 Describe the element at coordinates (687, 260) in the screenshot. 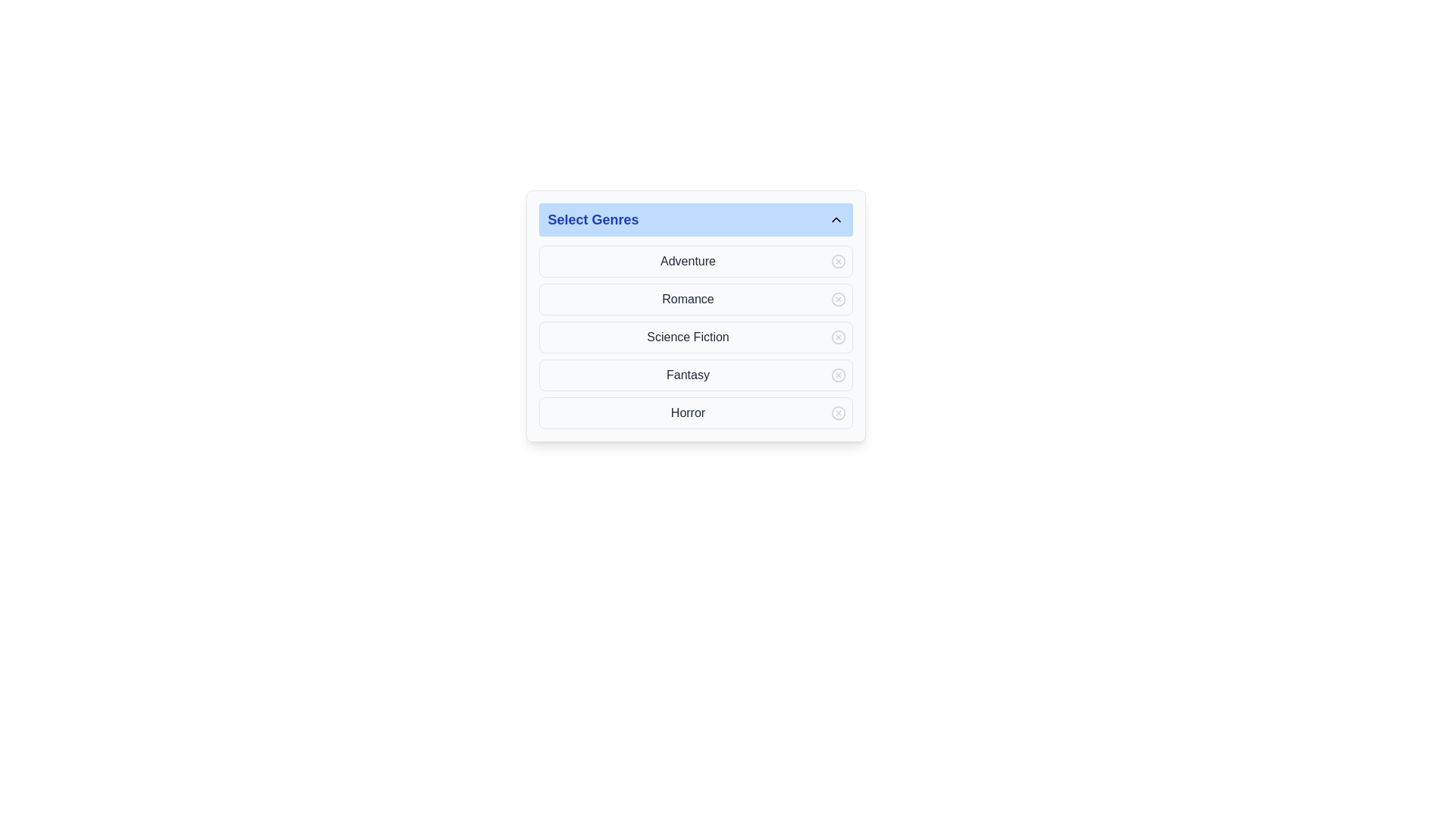

I see `text content of the element displaying 'Adventure', which is the first entry in the list of selectable genres under 'Select Genres'` at that location.